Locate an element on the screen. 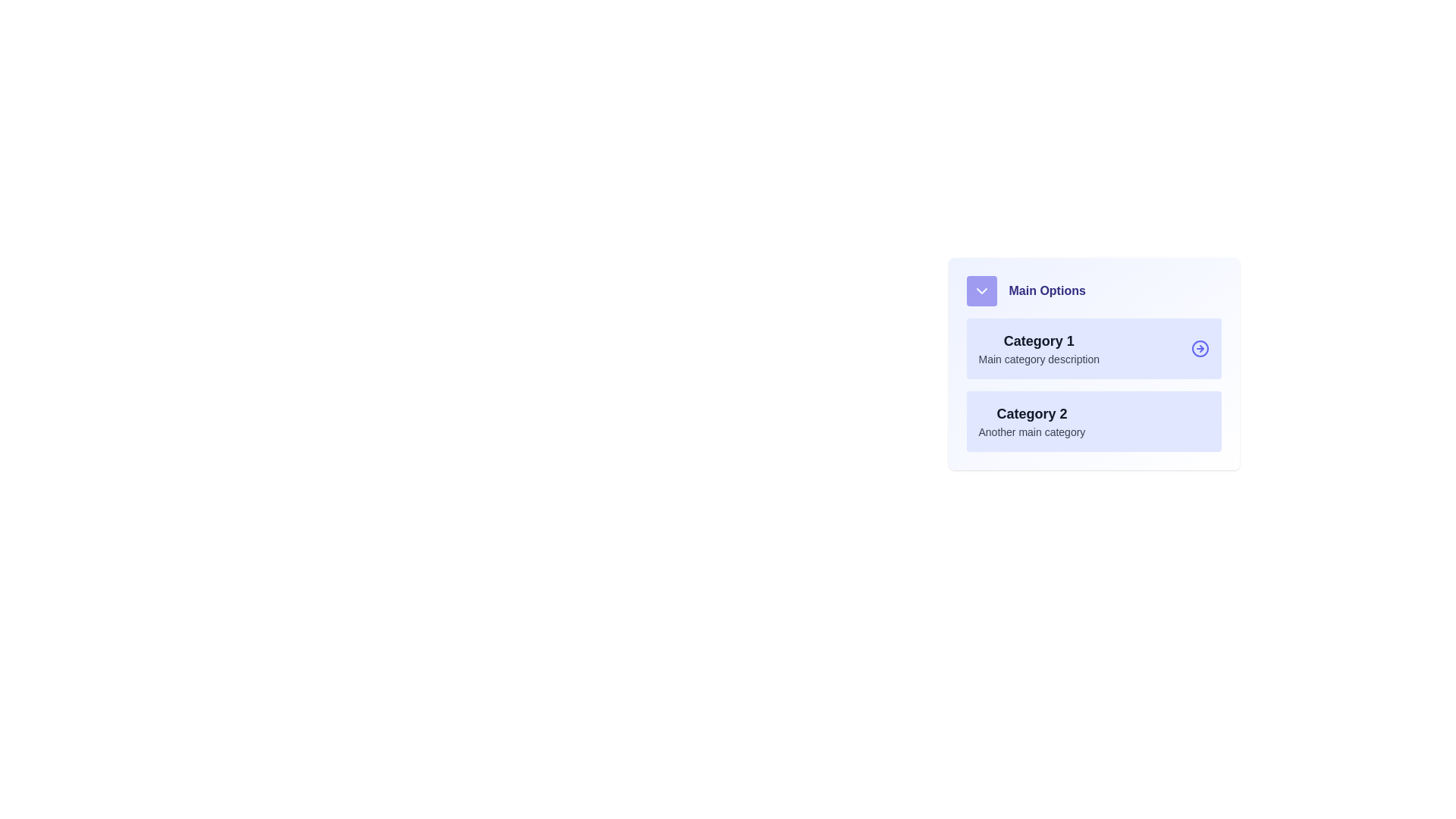 The image size is (1456, 819). the text label that serves as the title for the category, located at the top of the category information box is located at coordinates (1038, 341).